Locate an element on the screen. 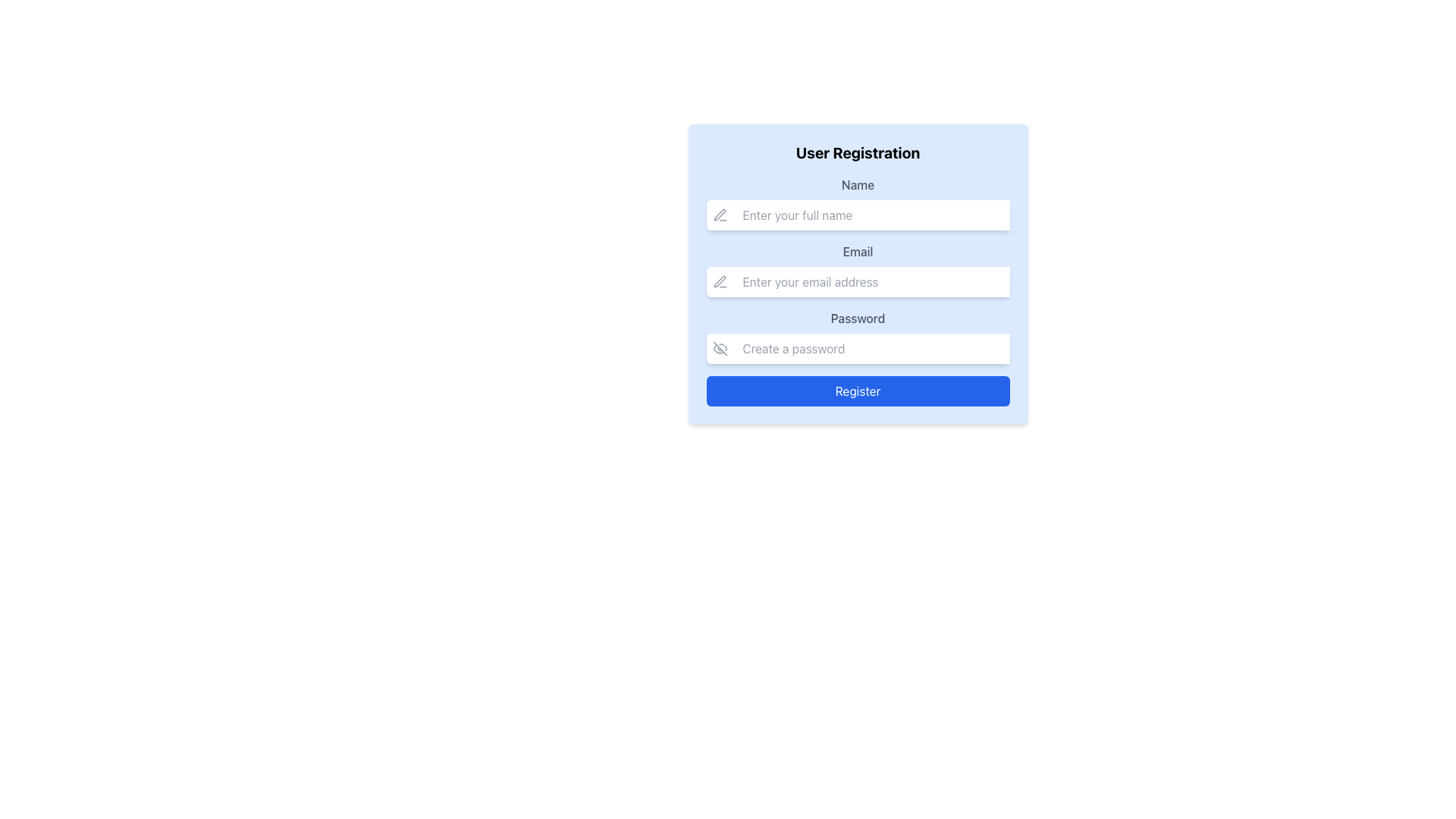  the gray pen icon located to the left of the 'Name' input field in the 'User Registration' form, which is the second icon in its group is located at coordinates (719, 215).